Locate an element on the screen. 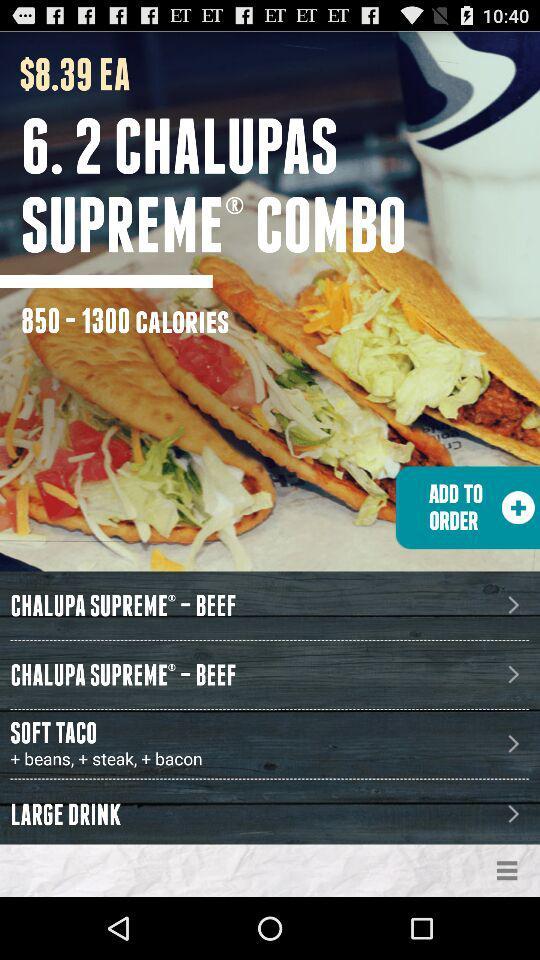 The image size is (540, 960). the 850 - 1300 calories is located at coordinates (125, 320).